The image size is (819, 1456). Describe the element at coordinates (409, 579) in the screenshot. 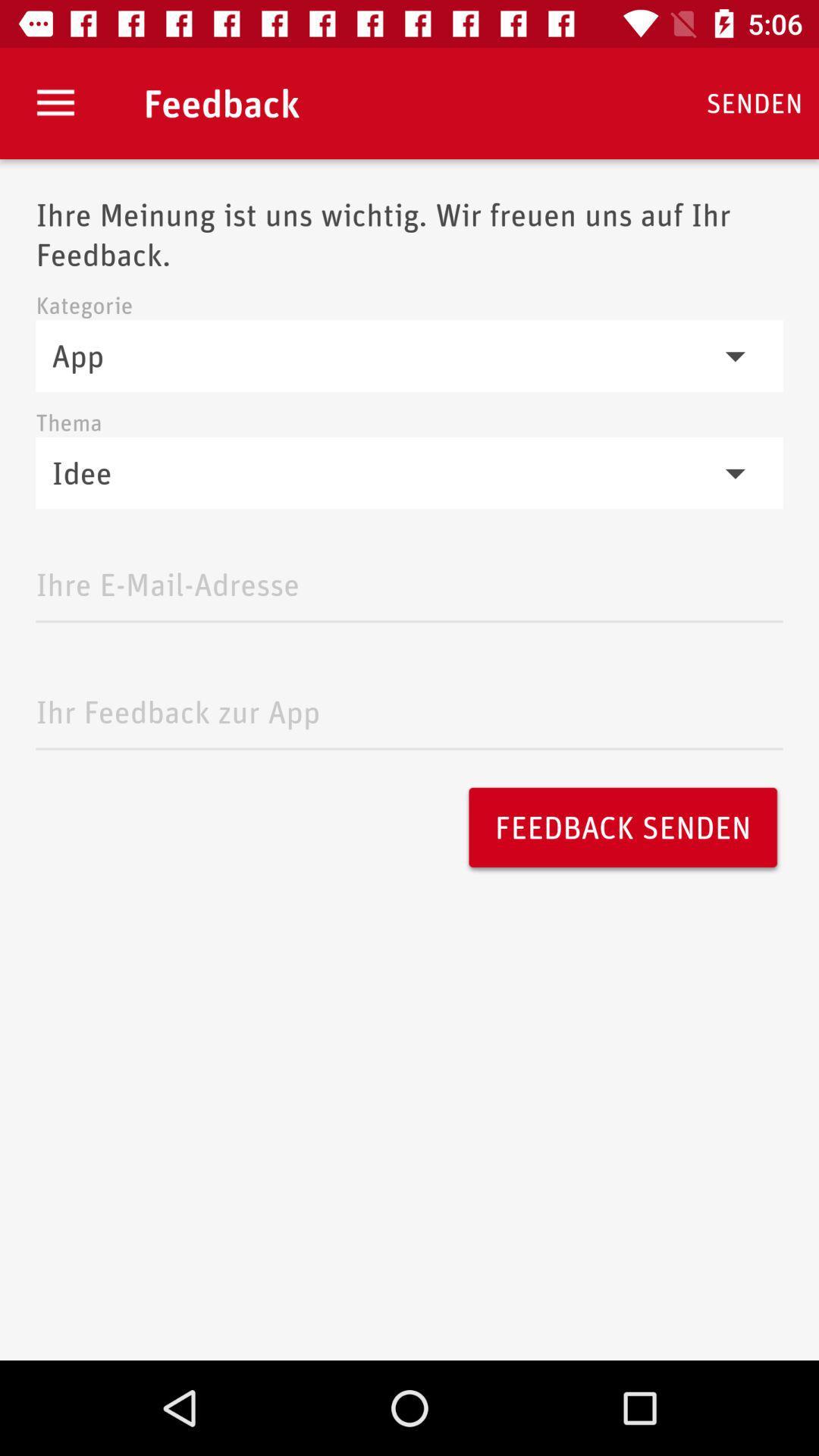

I see `email address` at that location.